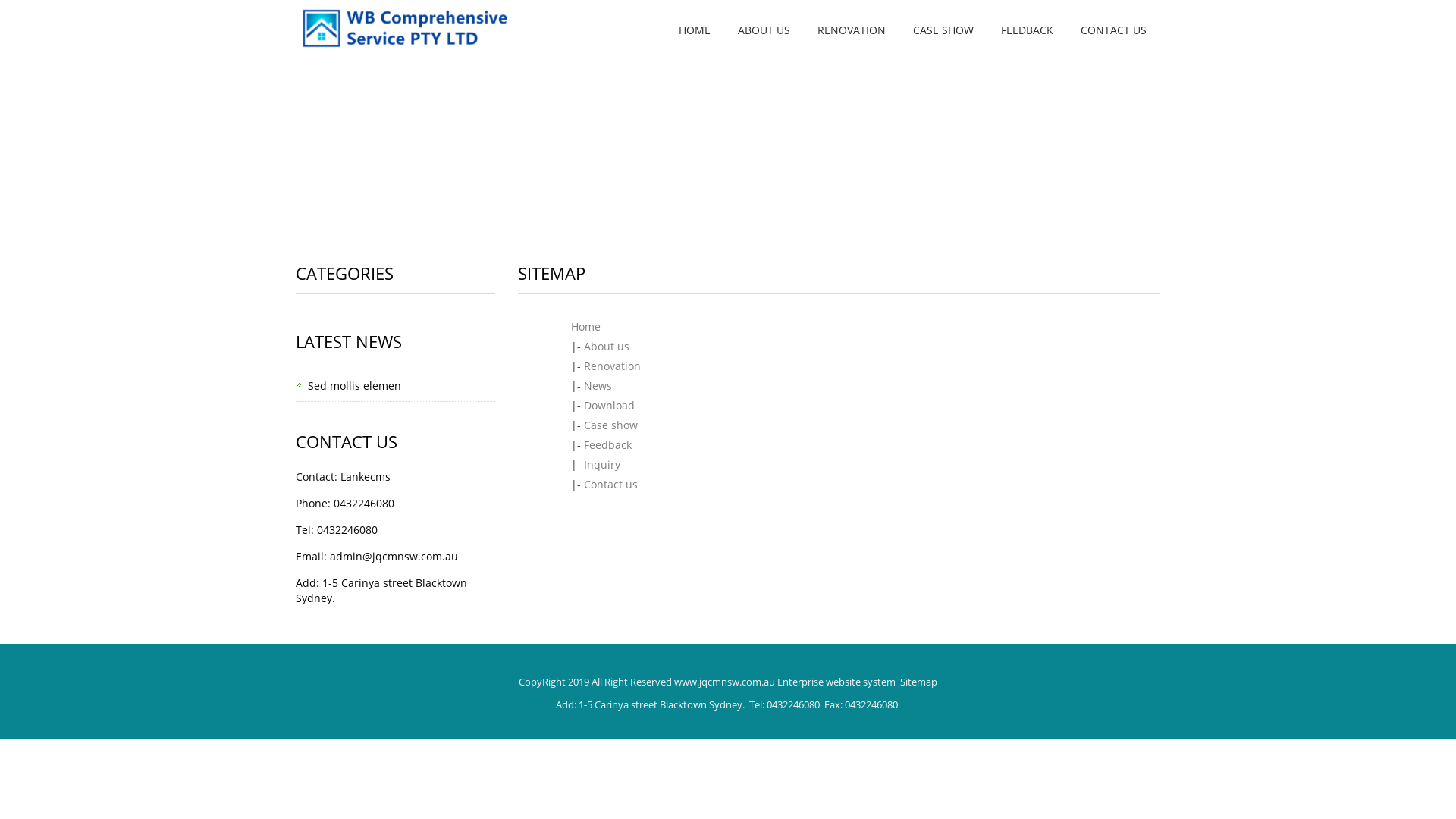 The height and width of the screenshot is (819, 1456). Describe the element at coordinates (918, 680) in the screenshot. I see `'Sitemap'` at that location.